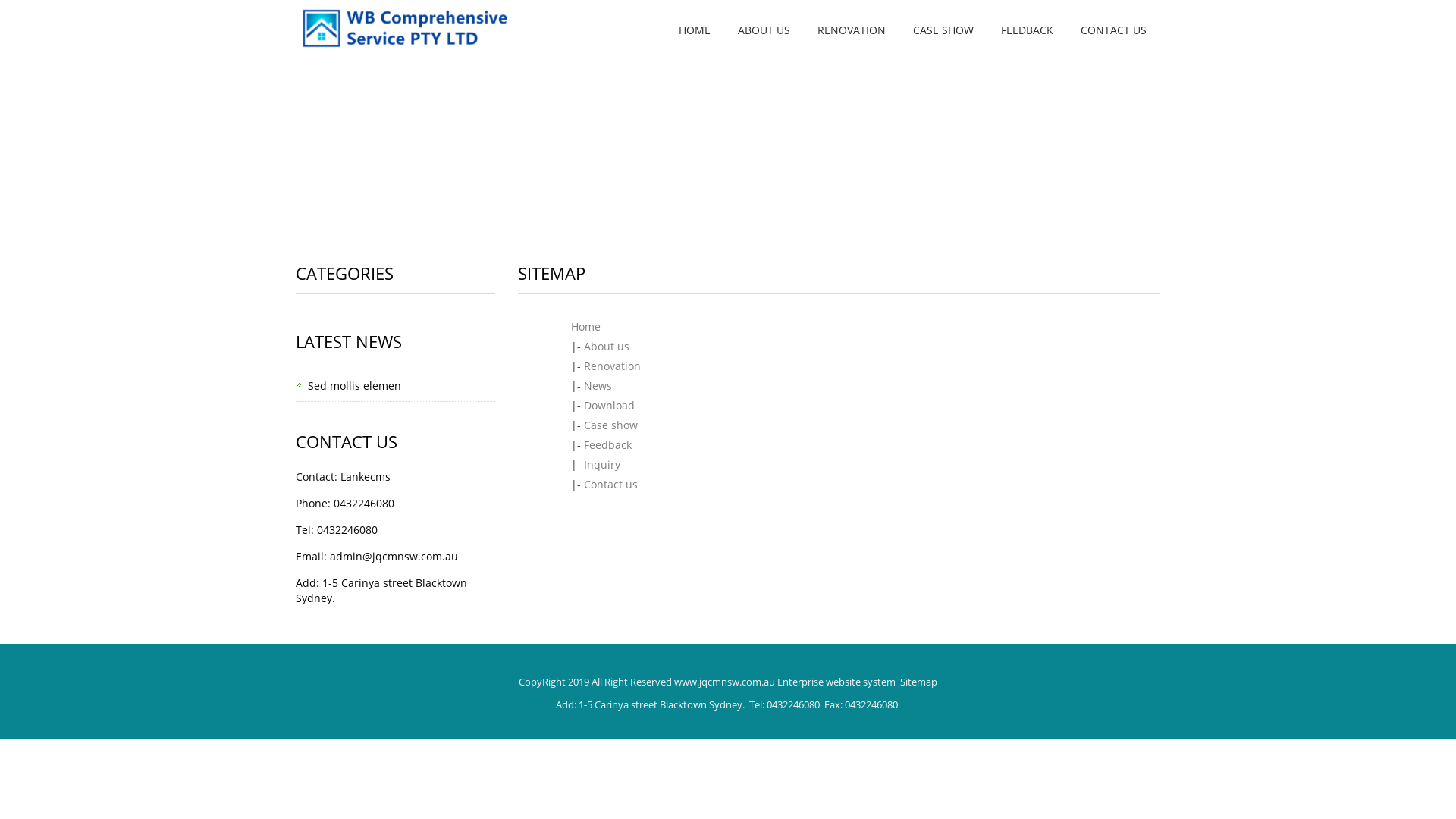 The height and width of the screenshot is (819, 1456). Describe the element at coordinates (918, 680) in the screenshot. I see `'Sitemap'` at that location.